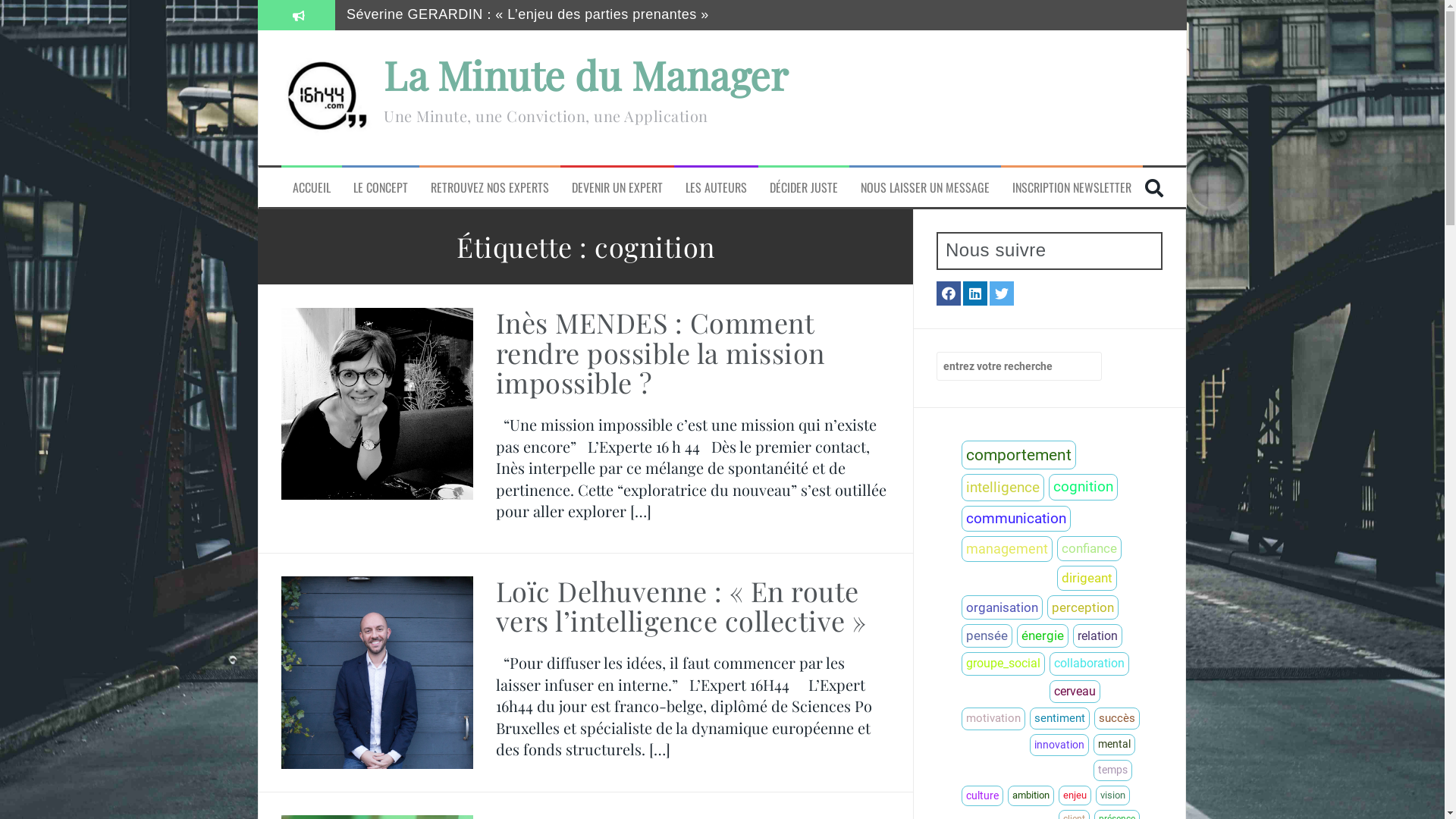  I want to click on 'NOUS LAISSER UN MESSAGE', so click(924, 187).